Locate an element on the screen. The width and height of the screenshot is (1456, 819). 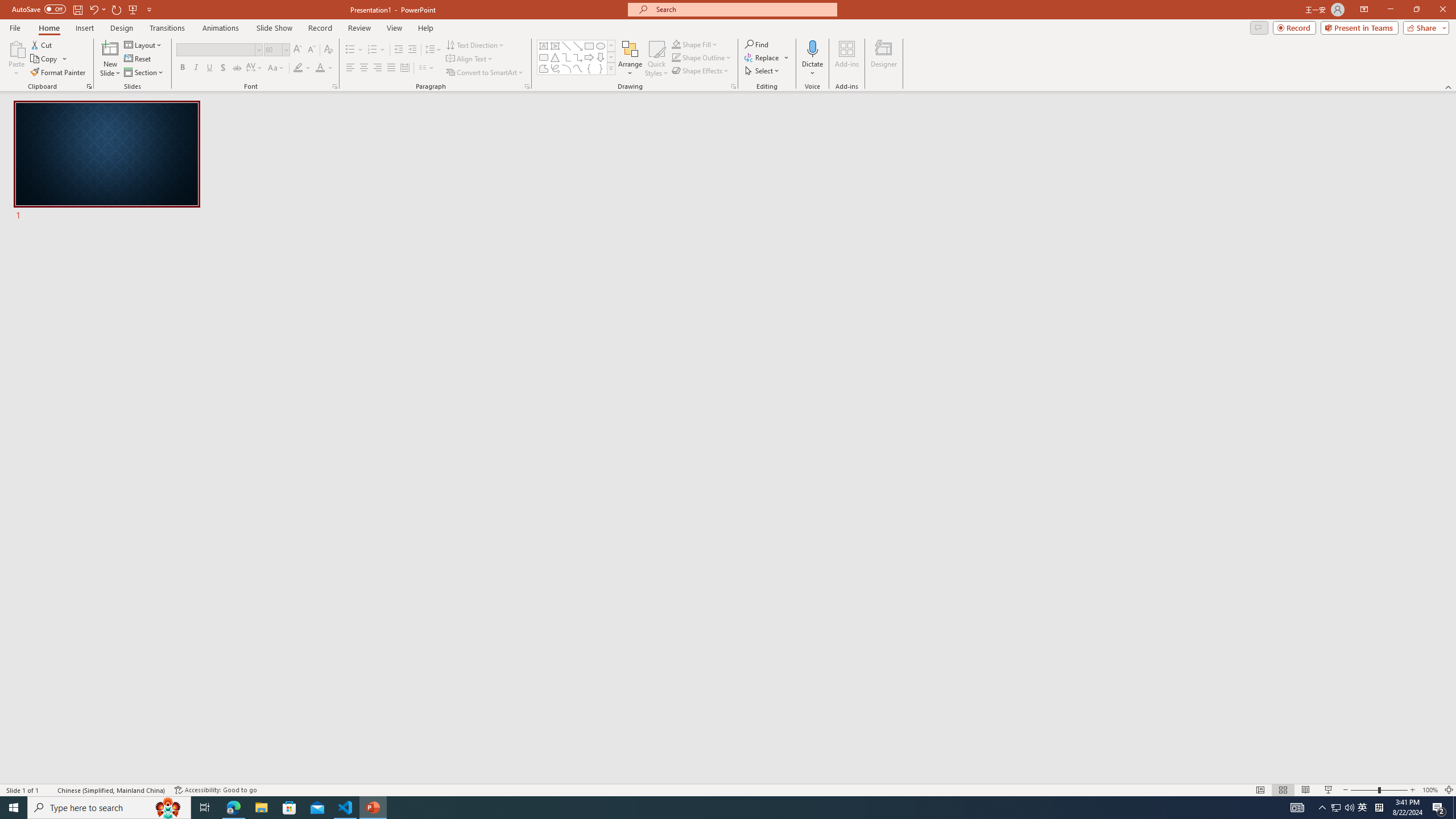
'Shape Fill Orange, Accent 2' is located at coordinates (676, 44).